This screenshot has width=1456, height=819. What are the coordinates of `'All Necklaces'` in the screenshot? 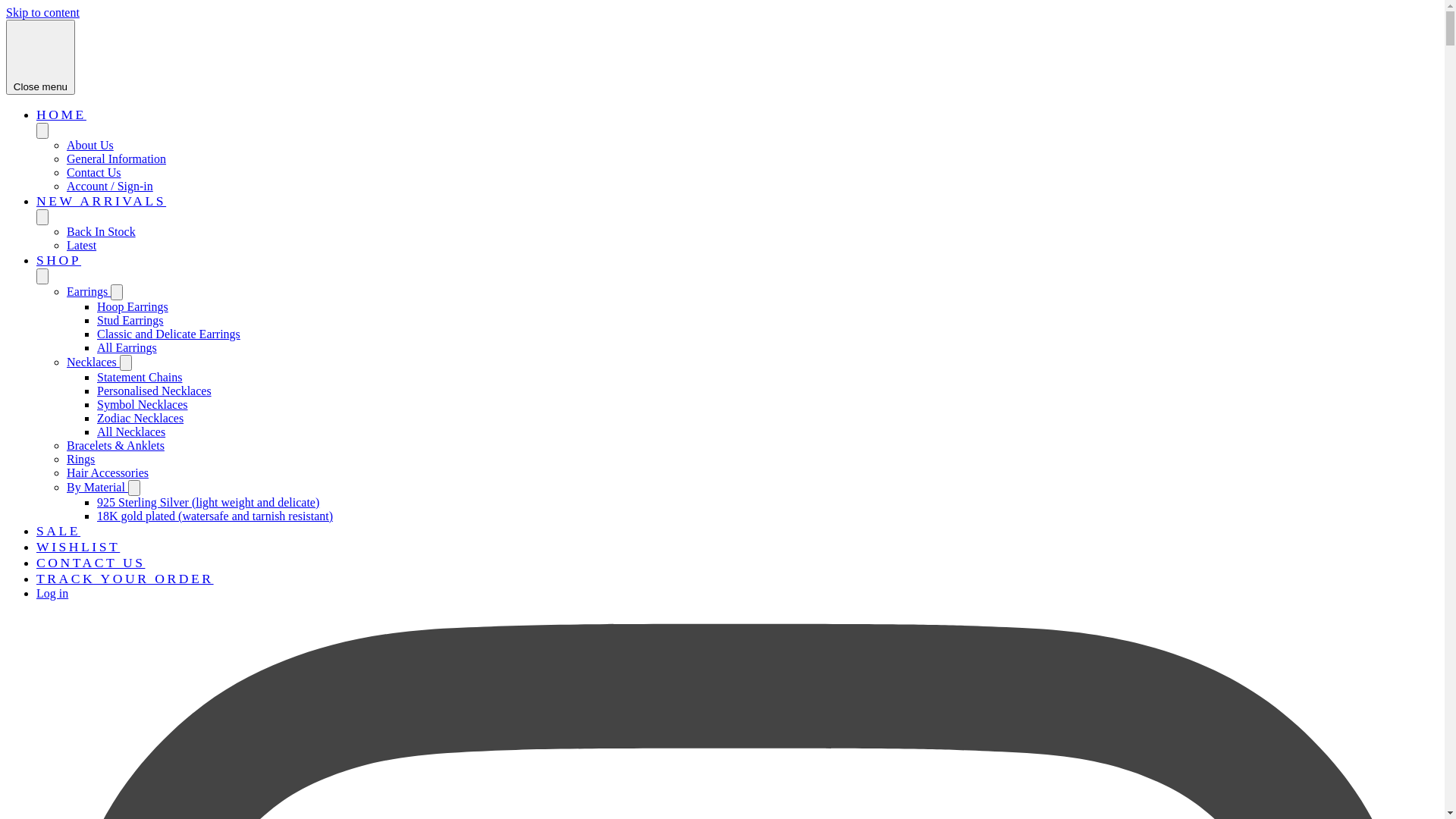 It's located at (130, 431).